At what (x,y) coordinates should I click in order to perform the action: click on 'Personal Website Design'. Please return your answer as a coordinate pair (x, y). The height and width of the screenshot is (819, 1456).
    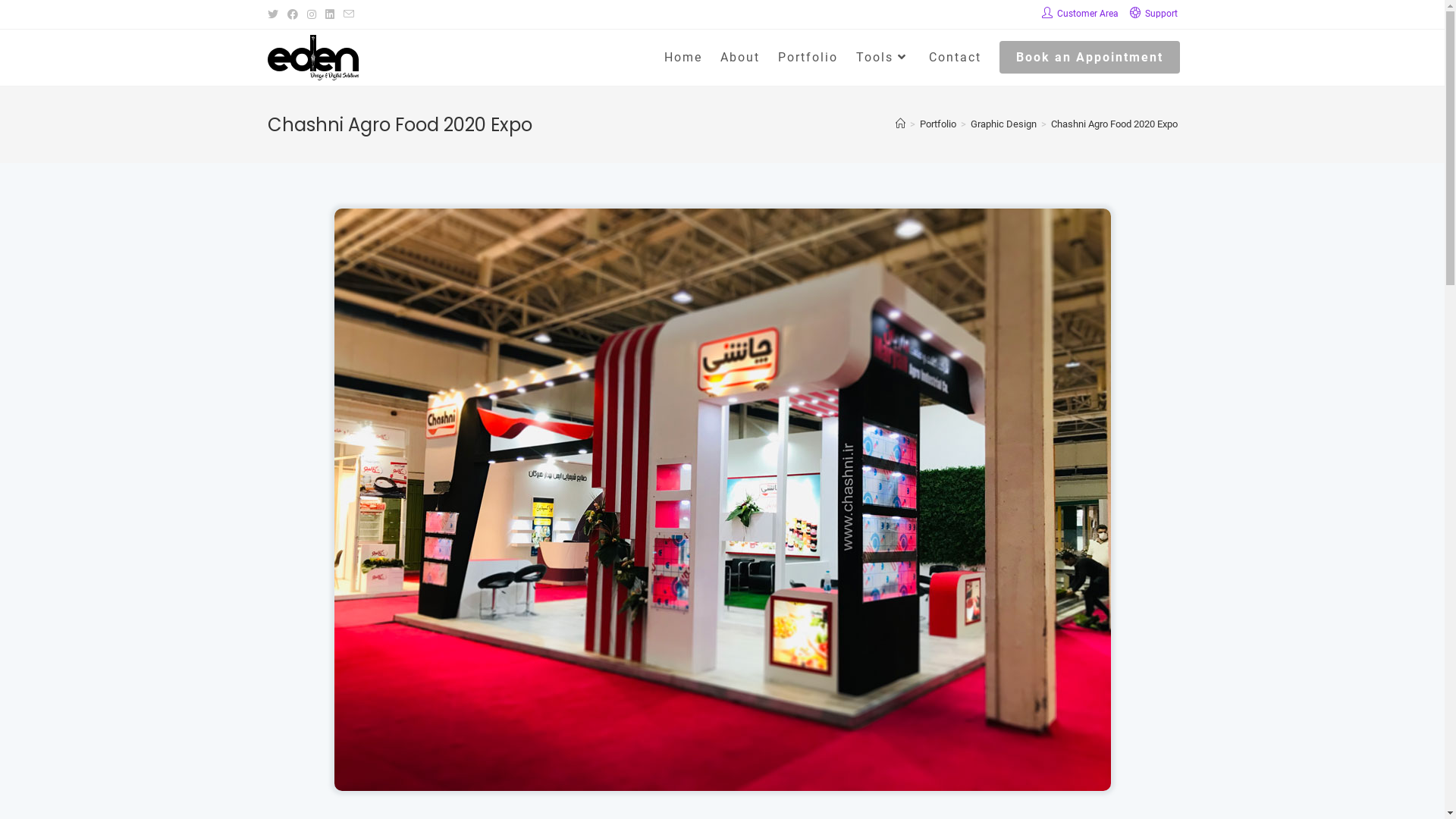
    Looking at the image, I should click on (836, 516).